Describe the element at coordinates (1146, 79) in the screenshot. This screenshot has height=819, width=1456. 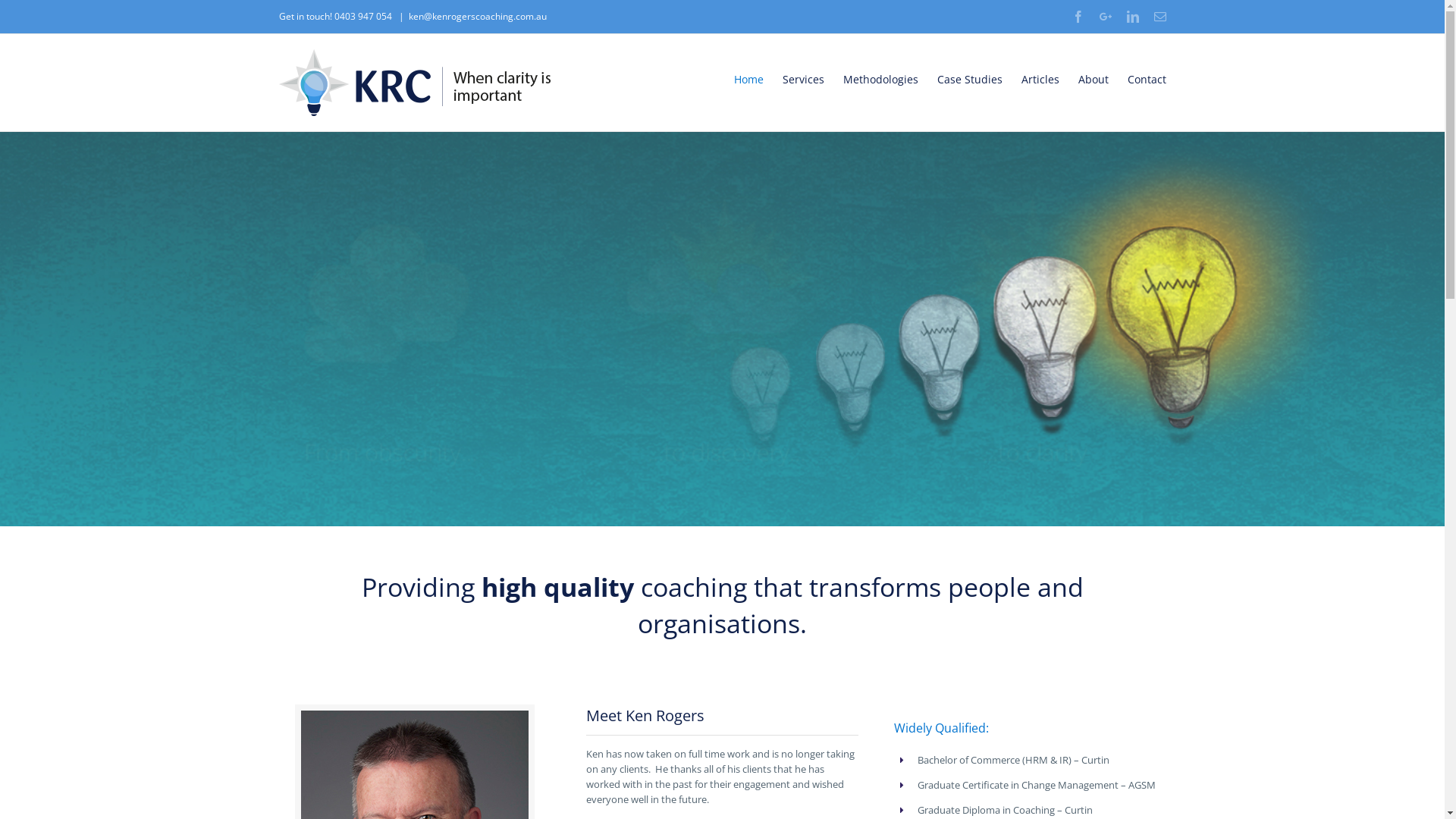
I see `'Contact'` at that location.